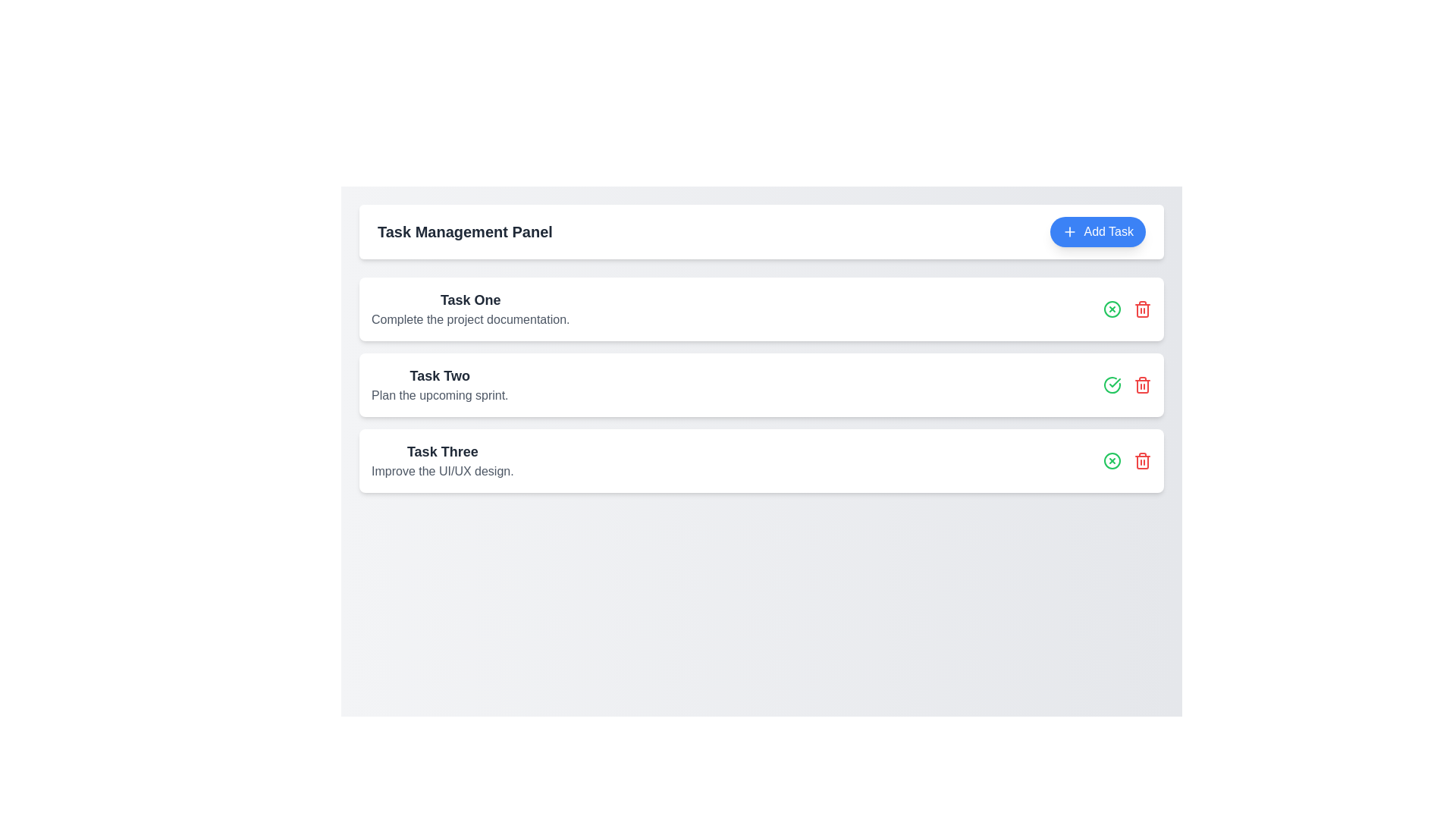  What do you see at coordinates (441, 460) in the screenshot?
I see `text content of the third task entry in the task manager interface, located under the heading 'Task Management Panel'` at bounding box center [441, 460].